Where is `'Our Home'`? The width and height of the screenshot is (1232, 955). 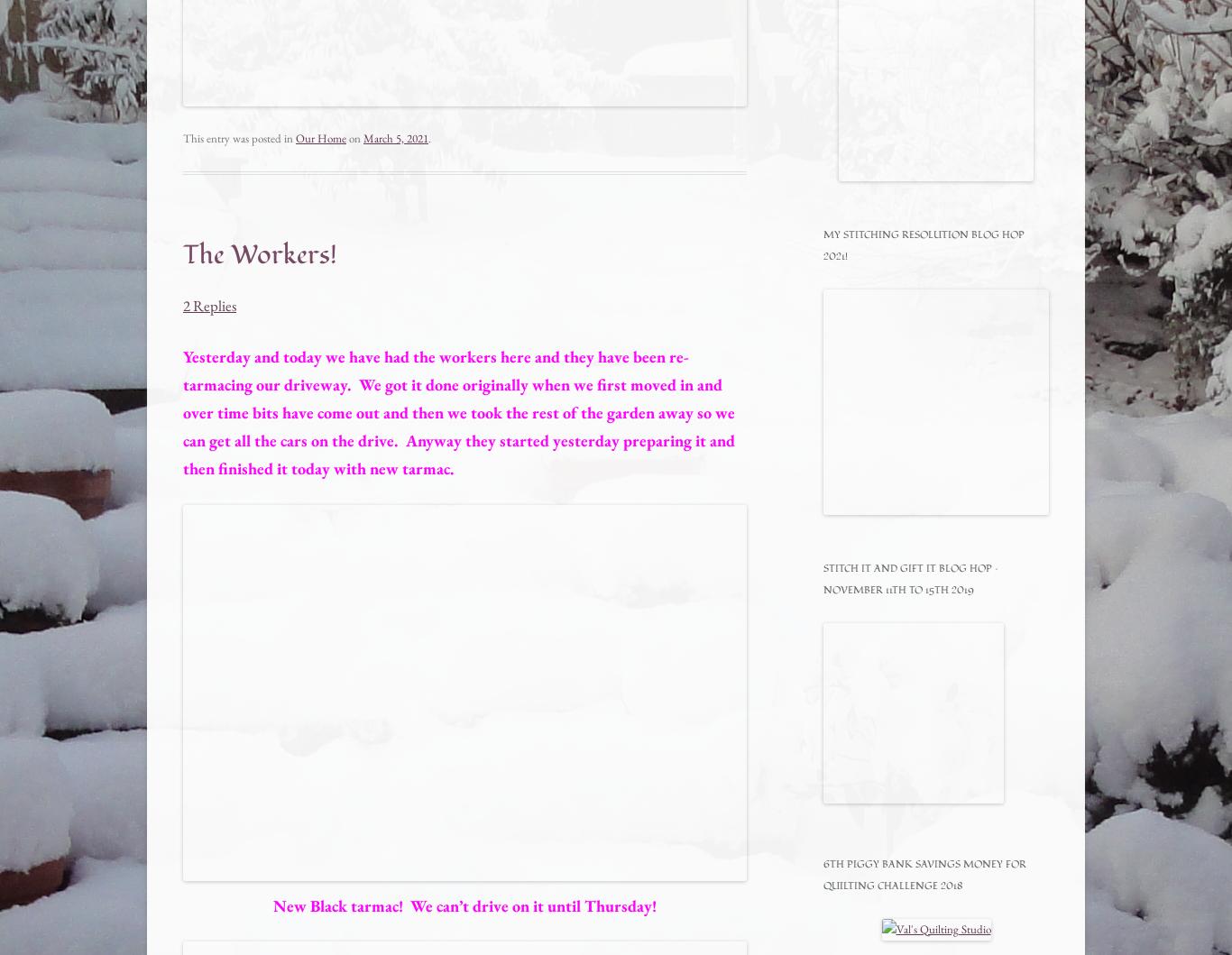
'Our Home' is located at coordinates (319, 137).